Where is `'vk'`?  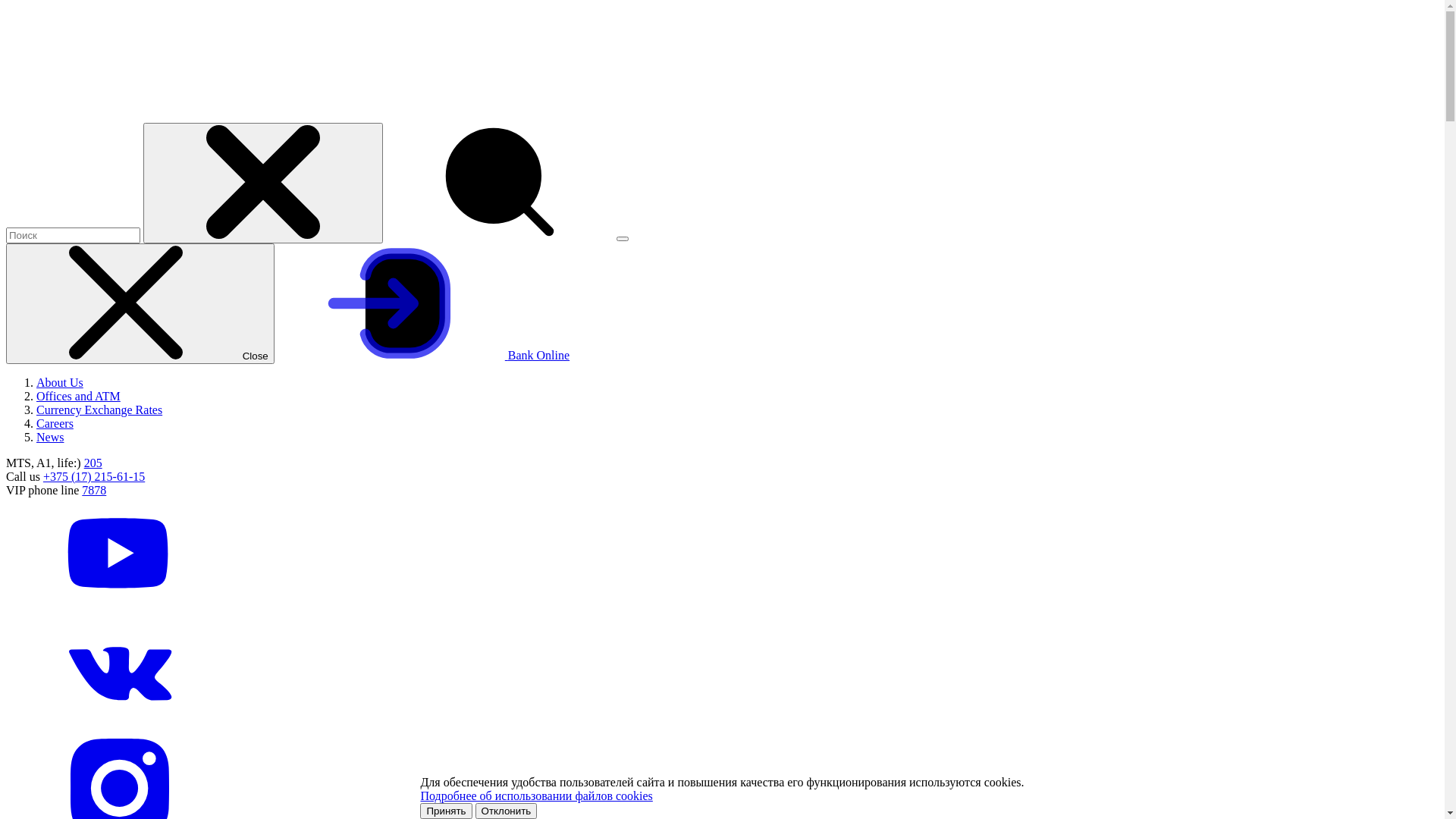
'vk' is located at coordinates (119, 723).